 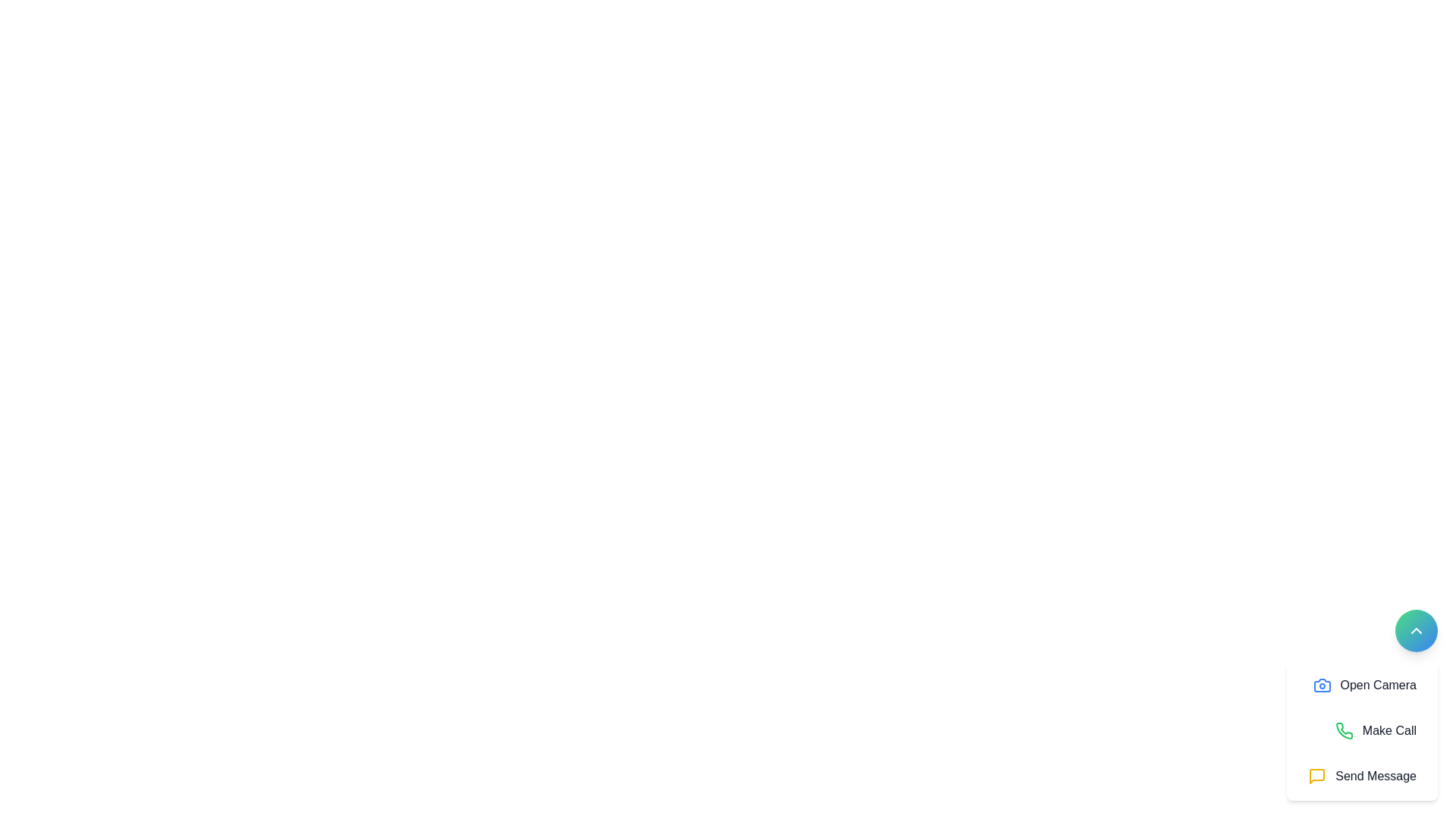 I want to click on the 'Make Call' button, which features a green phone icon and medium-weight gray text, positioned below the 'Open Camera' button and above the 'Send Message' button in the bottom-right corner of the interface, so click(x=1376, y=730).